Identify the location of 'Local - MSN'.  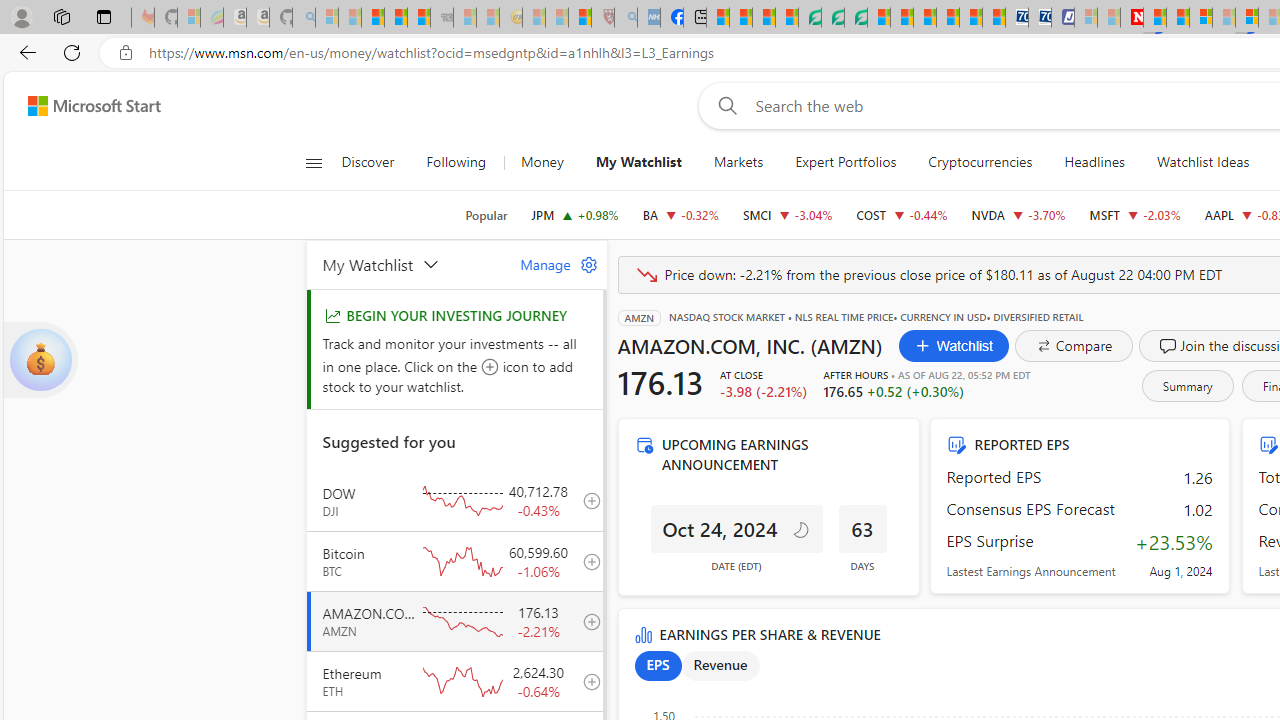
(579, 17).